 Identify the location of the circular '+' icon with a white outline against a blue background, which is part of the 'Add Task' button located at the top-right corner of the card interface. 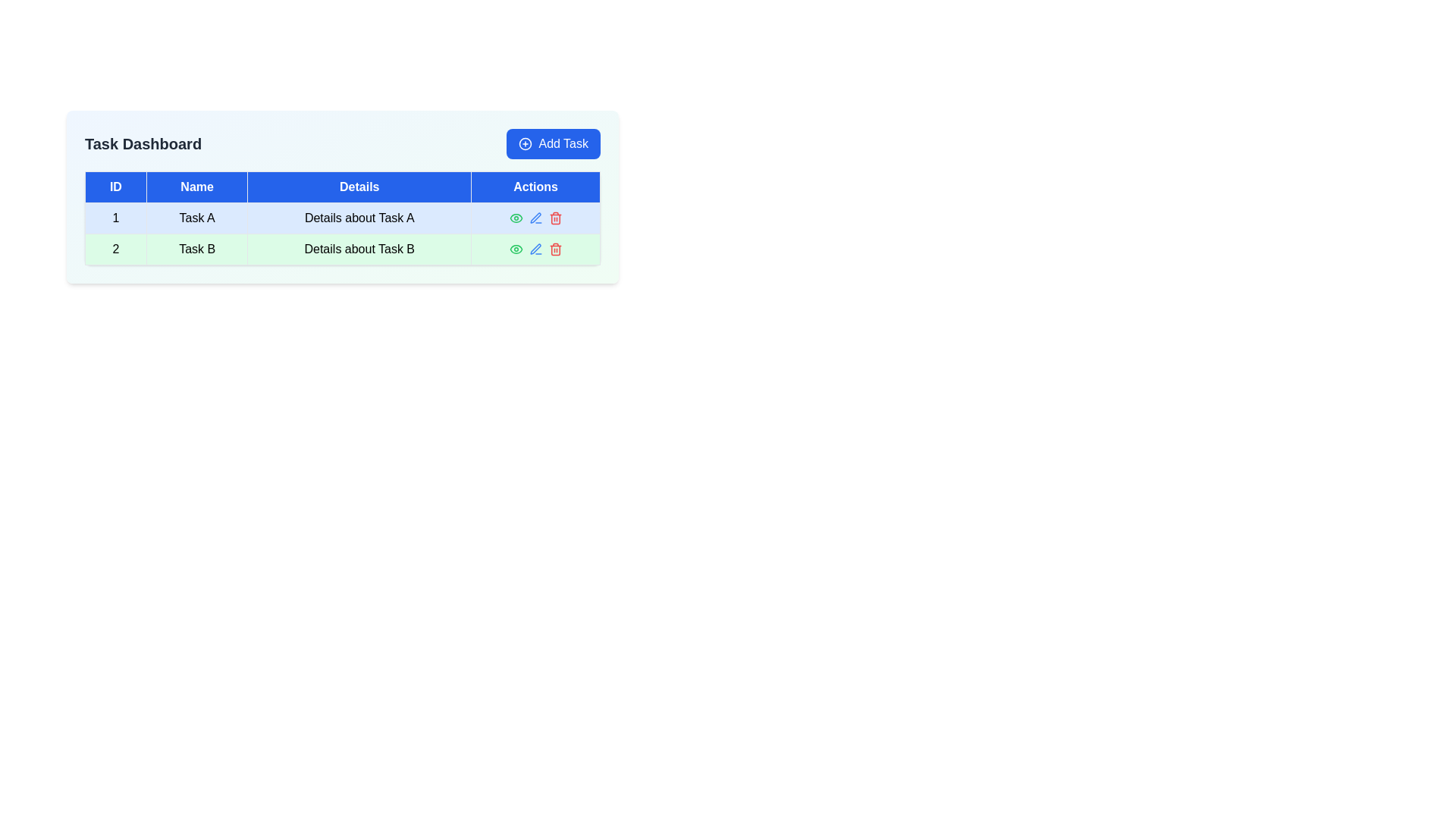
(526, 143).